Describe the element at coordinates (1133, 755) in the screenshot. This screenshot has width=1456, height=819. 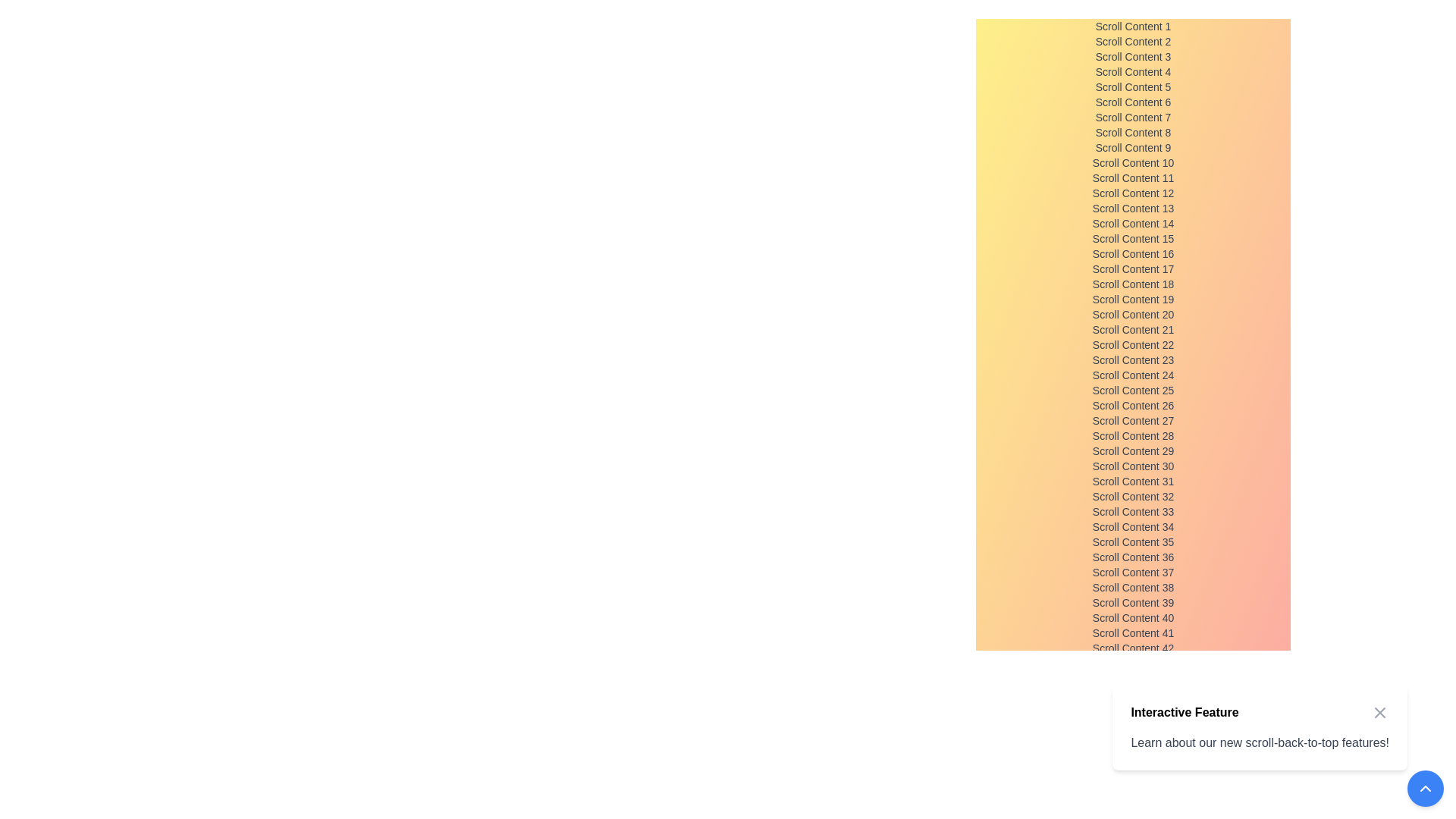
I see `the text display element that shows 'Scroll Content 49', which is styled in gray and is part of a vertically scrolling list, positioned at the 49th place` at that location.